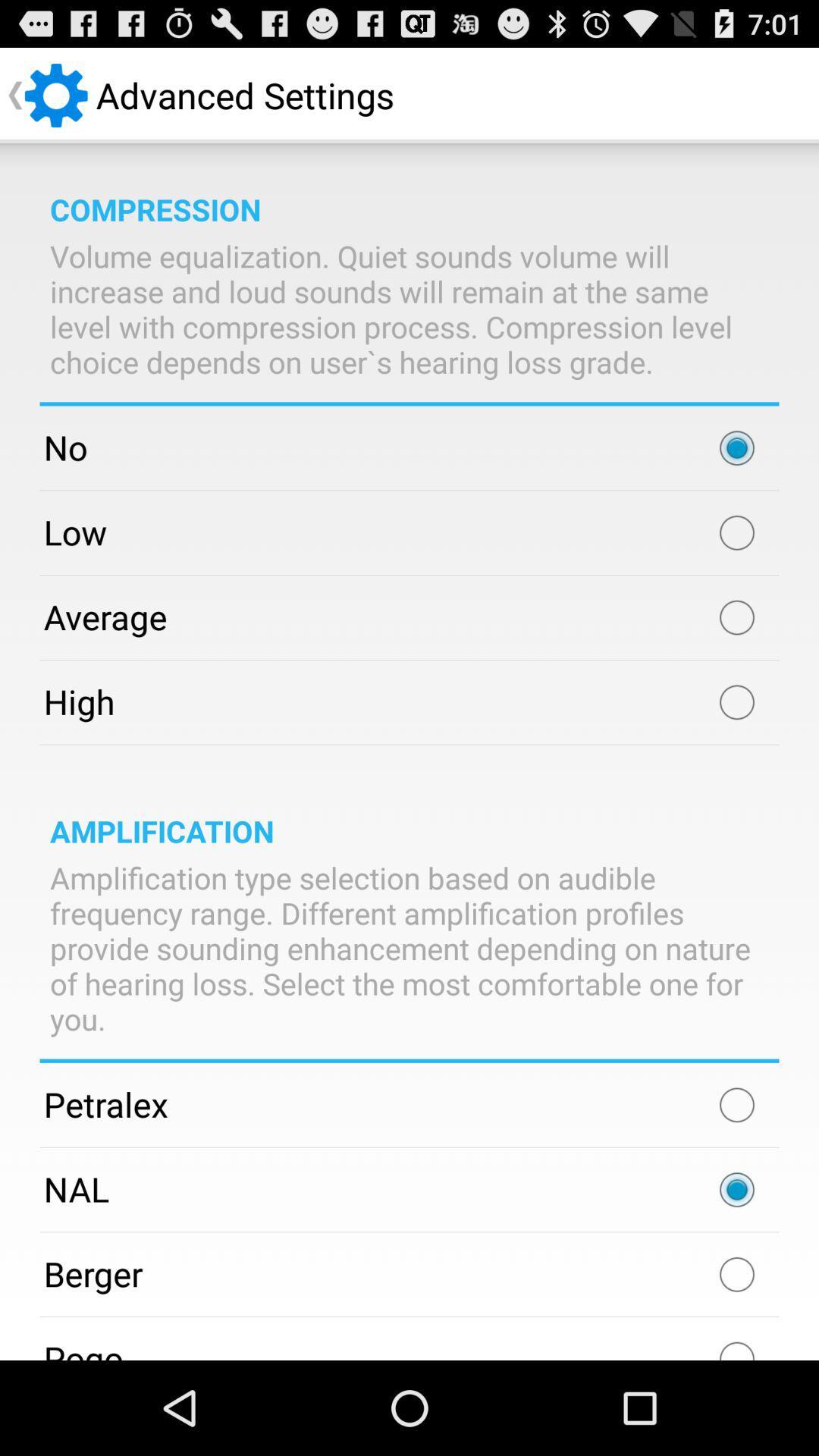 The image size is (819, 1456). Describe the element at coordinates (736, 447) in the screenshot. I see `choose your choice` at that location.